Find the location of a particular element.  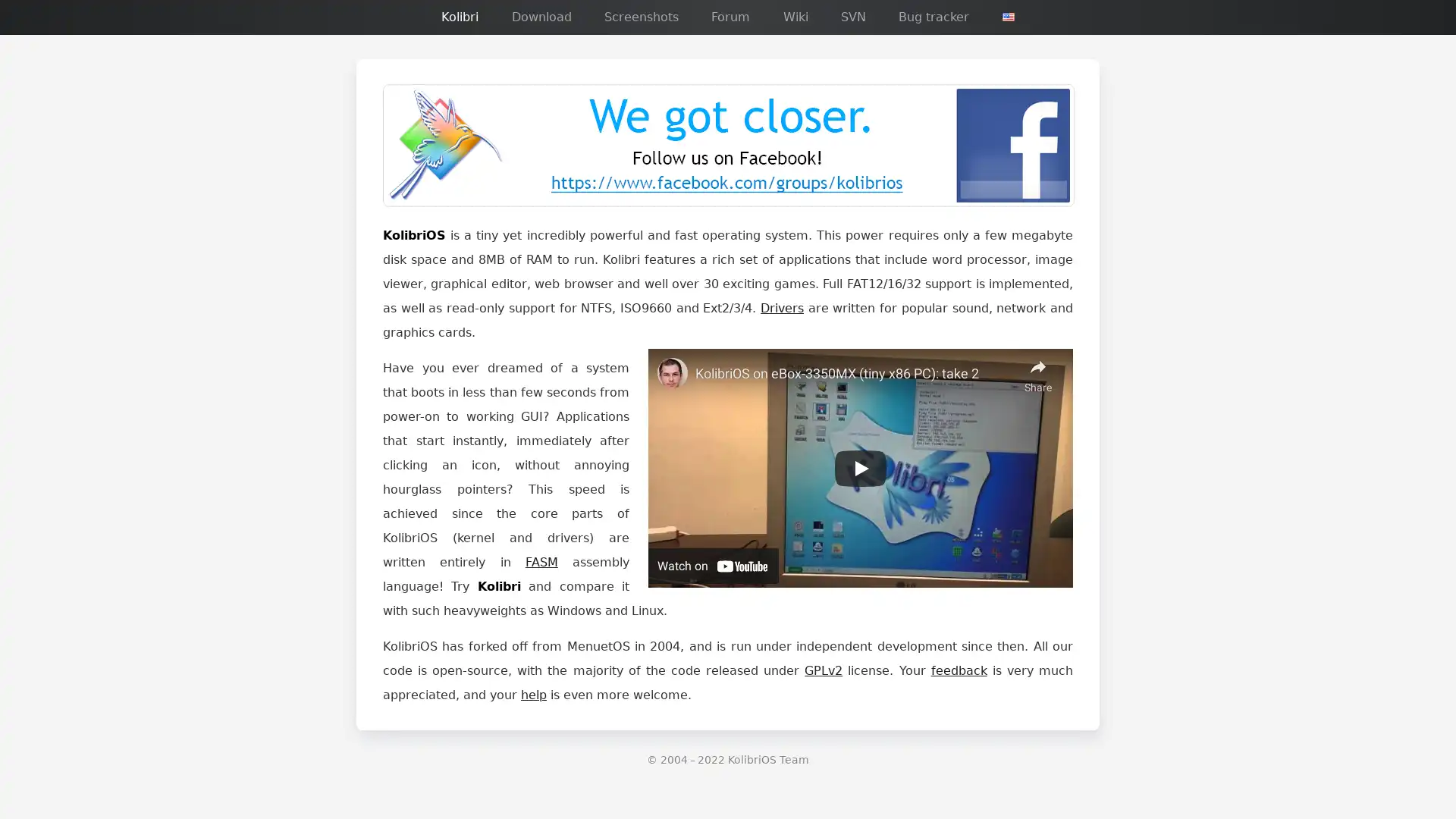

en is located at coordinates (1008, 17).